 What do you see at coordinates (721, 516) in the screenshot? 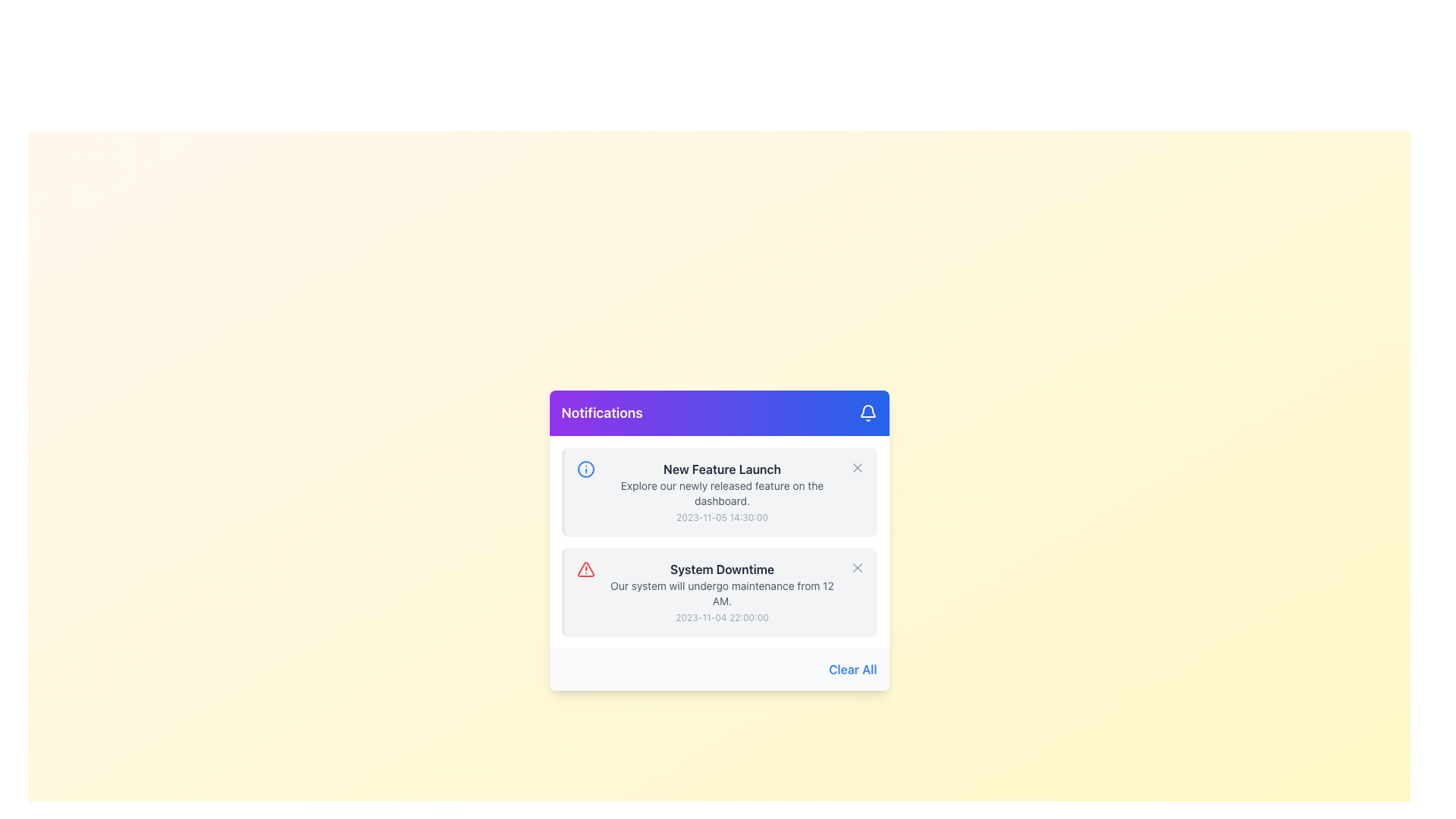
I see `the Text display showing the precise timestamp of the notification at the bottom of the 'New Feature Launch' card` at bounding box center [721, 516].